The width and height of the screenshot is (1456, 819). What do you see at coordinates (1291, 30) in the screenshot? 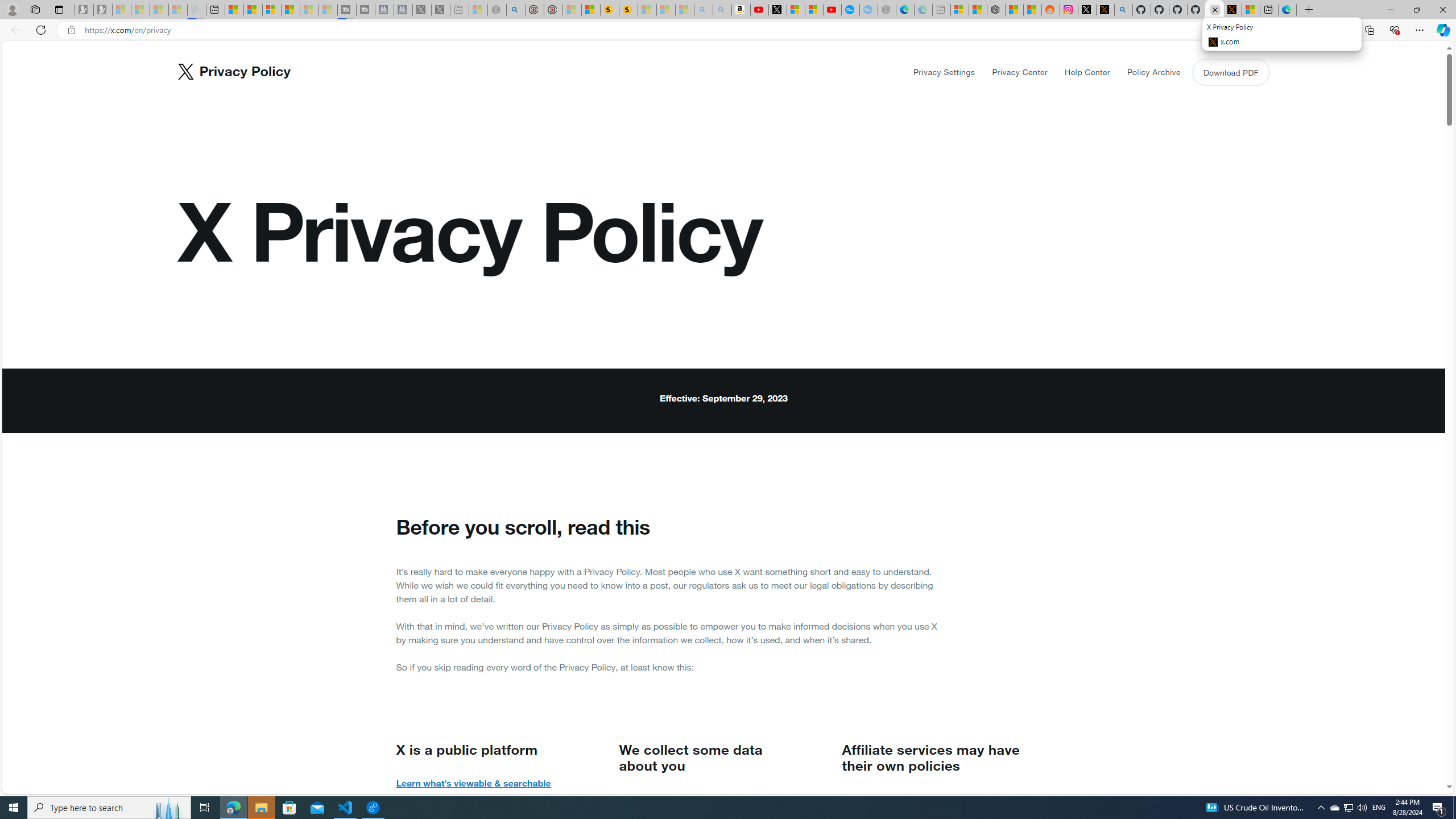
I see `'Enter Immersive Reader (F9)'` at bounding box center [1291, 30].